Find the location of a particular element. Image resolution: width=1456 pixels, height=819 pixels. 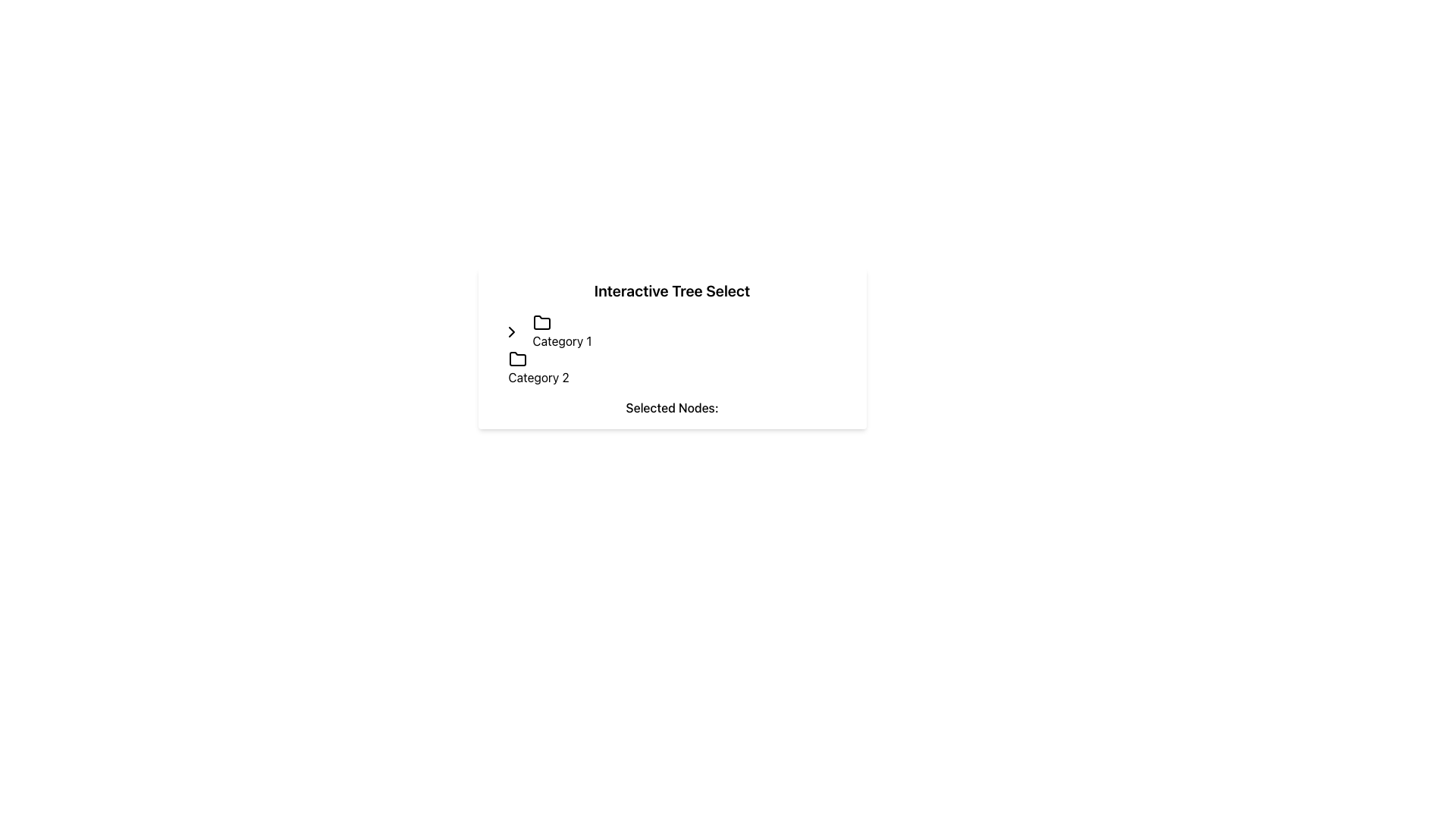

the text label representing a selectable category located under 'Category 1' in the hierarchical navigation interface is located at coordinates (538, 369).